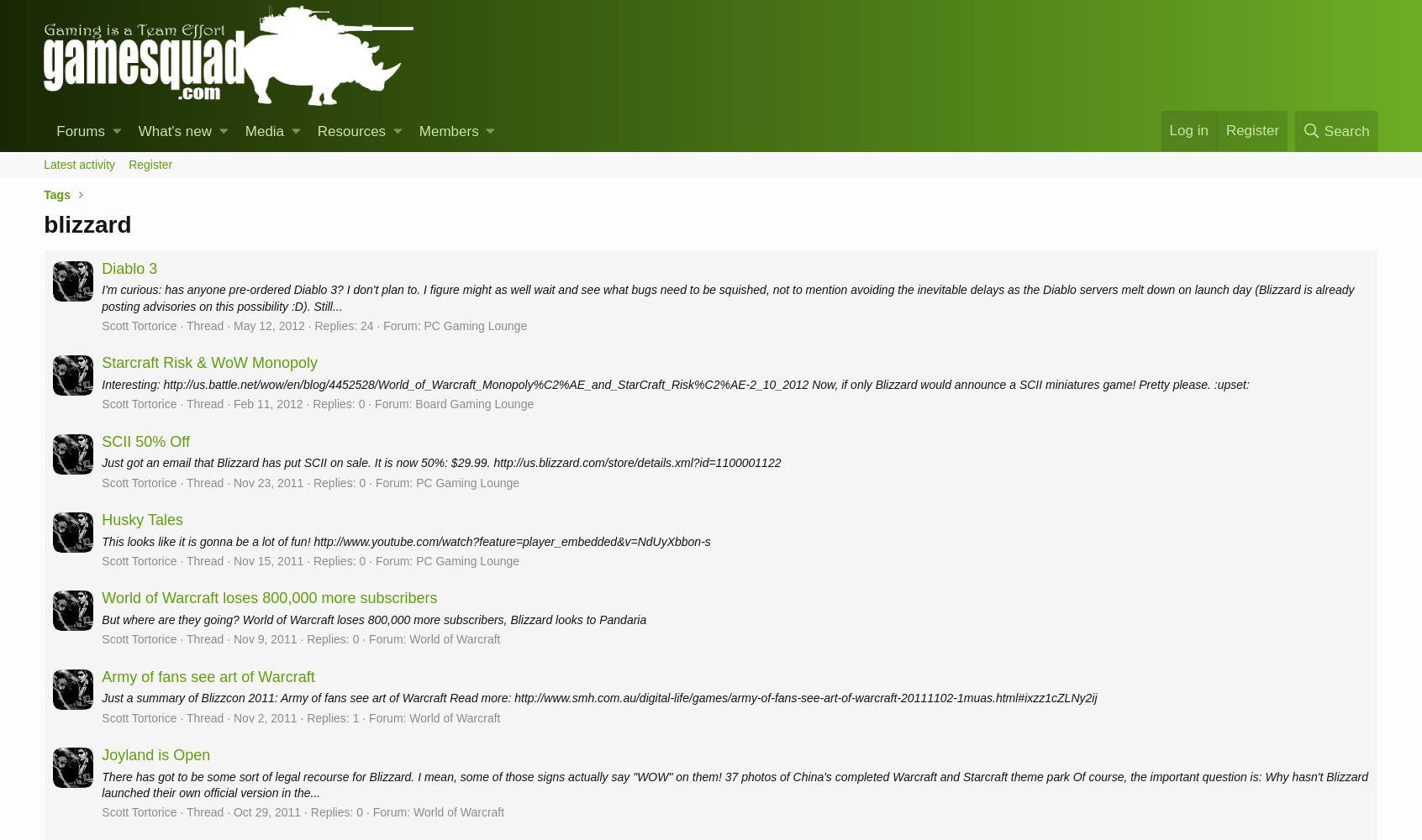 This screenshot has width=1422, height=840. What do you see at coordinates (267, 325) in the screenshot?
I see `'May 12, 2012'` at bounding box center [267, 325].